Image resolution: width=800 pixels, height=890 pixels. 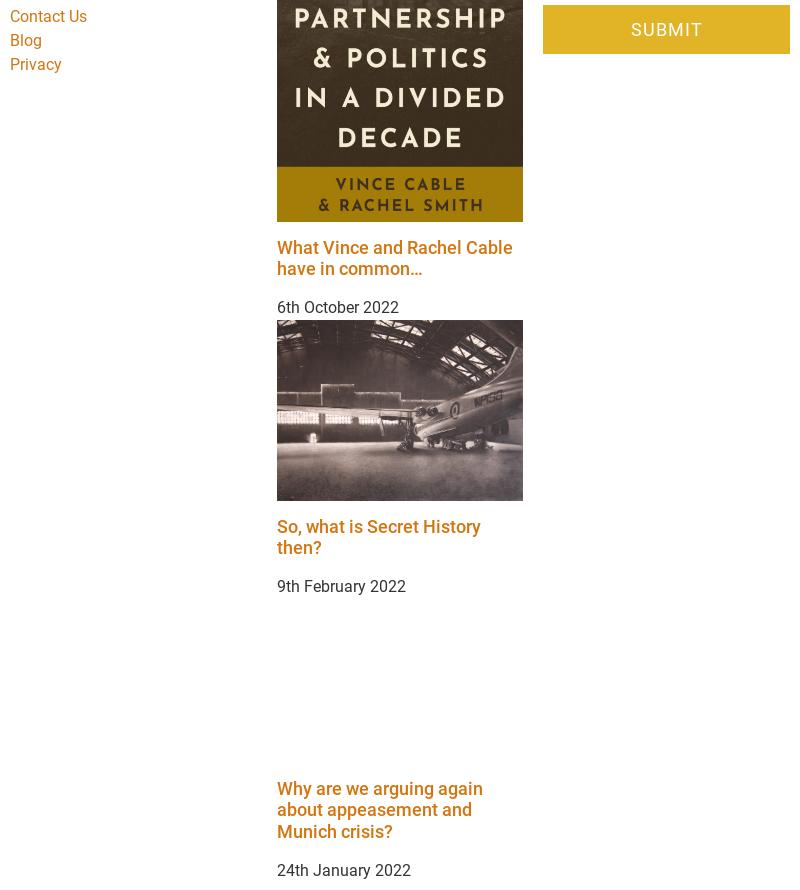 What do you see at coordinates (378, 809) in the screenshot?
I see `'Why are we arguing again about appeasement and Munich crisis?'` at bounding box center [378, 809].